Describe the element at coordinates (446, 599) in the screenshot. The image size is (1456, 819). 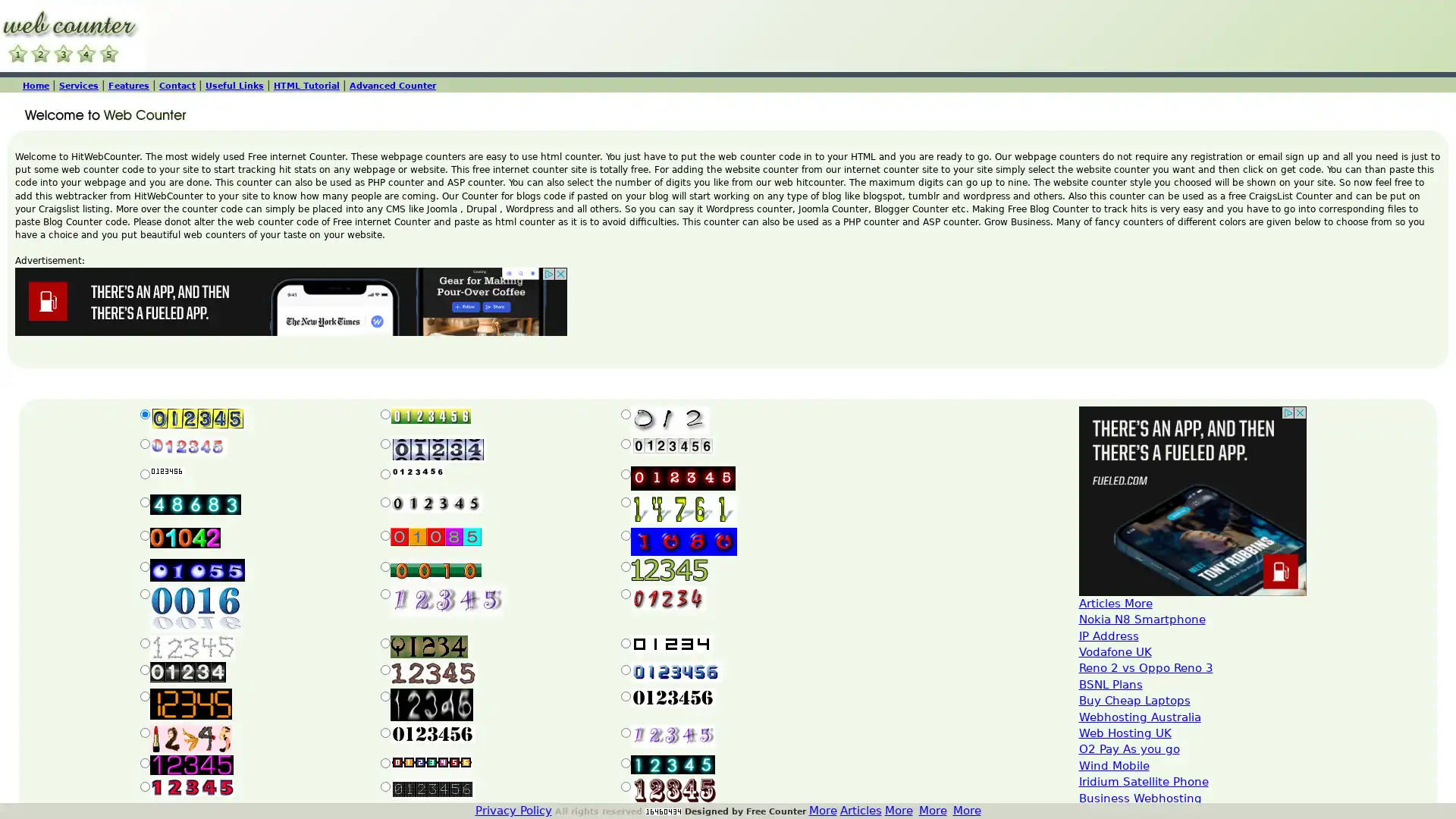
I see `Submit` at that location.